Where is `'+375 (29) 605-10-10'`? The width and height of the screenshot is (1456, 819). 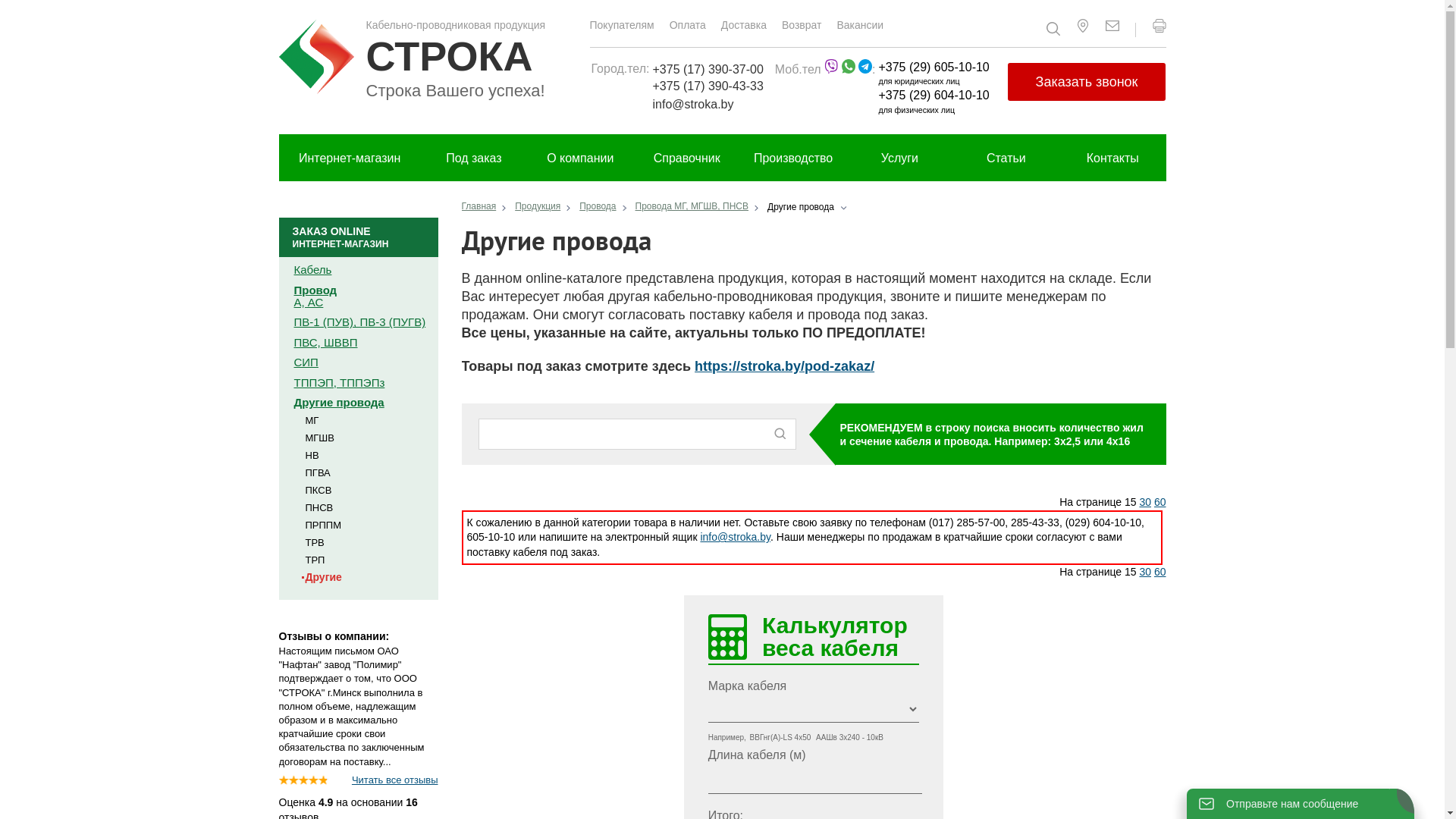
'+375 (29) 605-10-10' is located at coordinates (932, 66).